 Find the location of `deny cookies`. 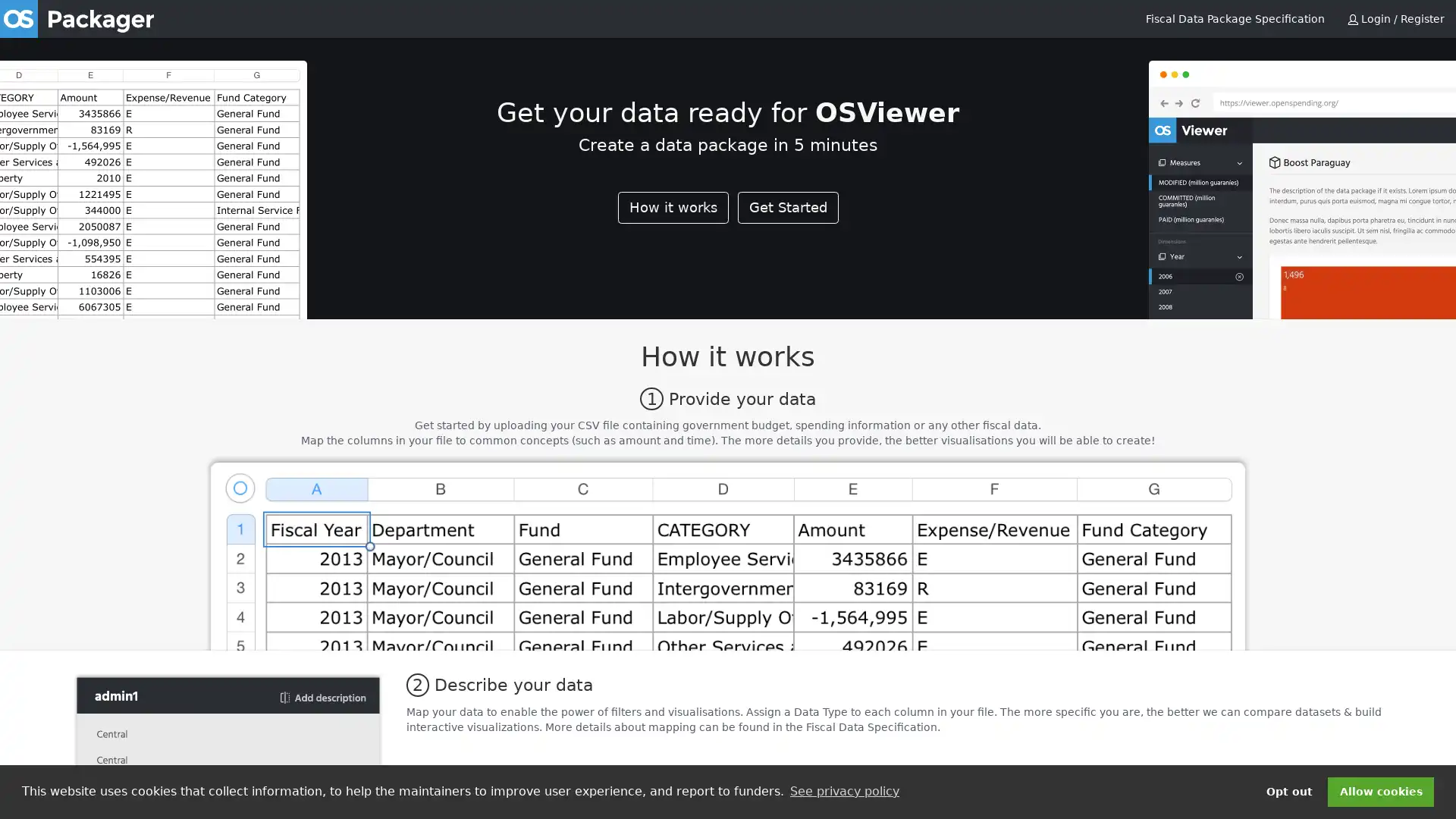

deny cookies is located at coordinates (1288, 791).